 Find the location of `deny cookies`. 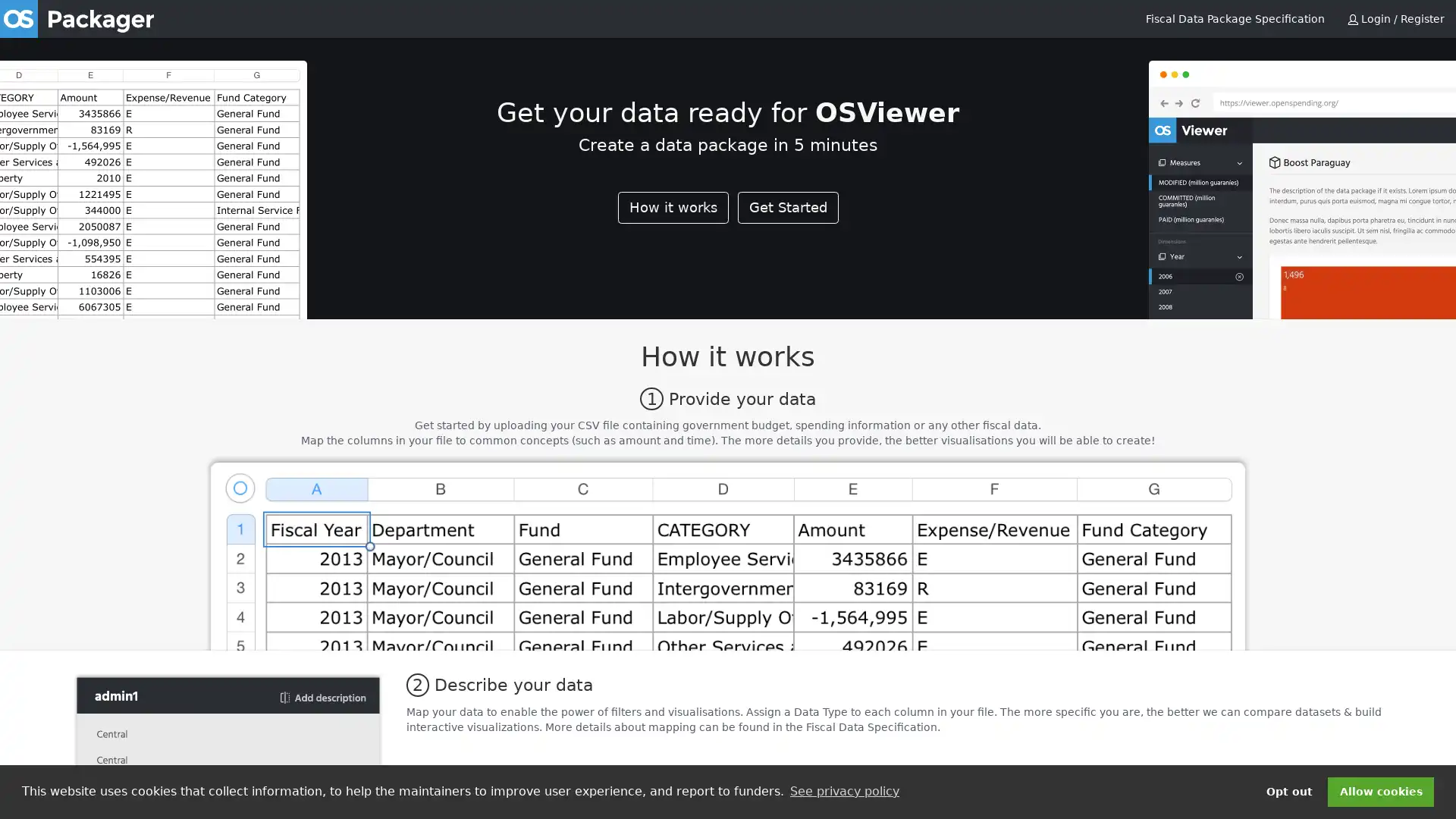

deny cookies is located at coordinates (1288, 791).